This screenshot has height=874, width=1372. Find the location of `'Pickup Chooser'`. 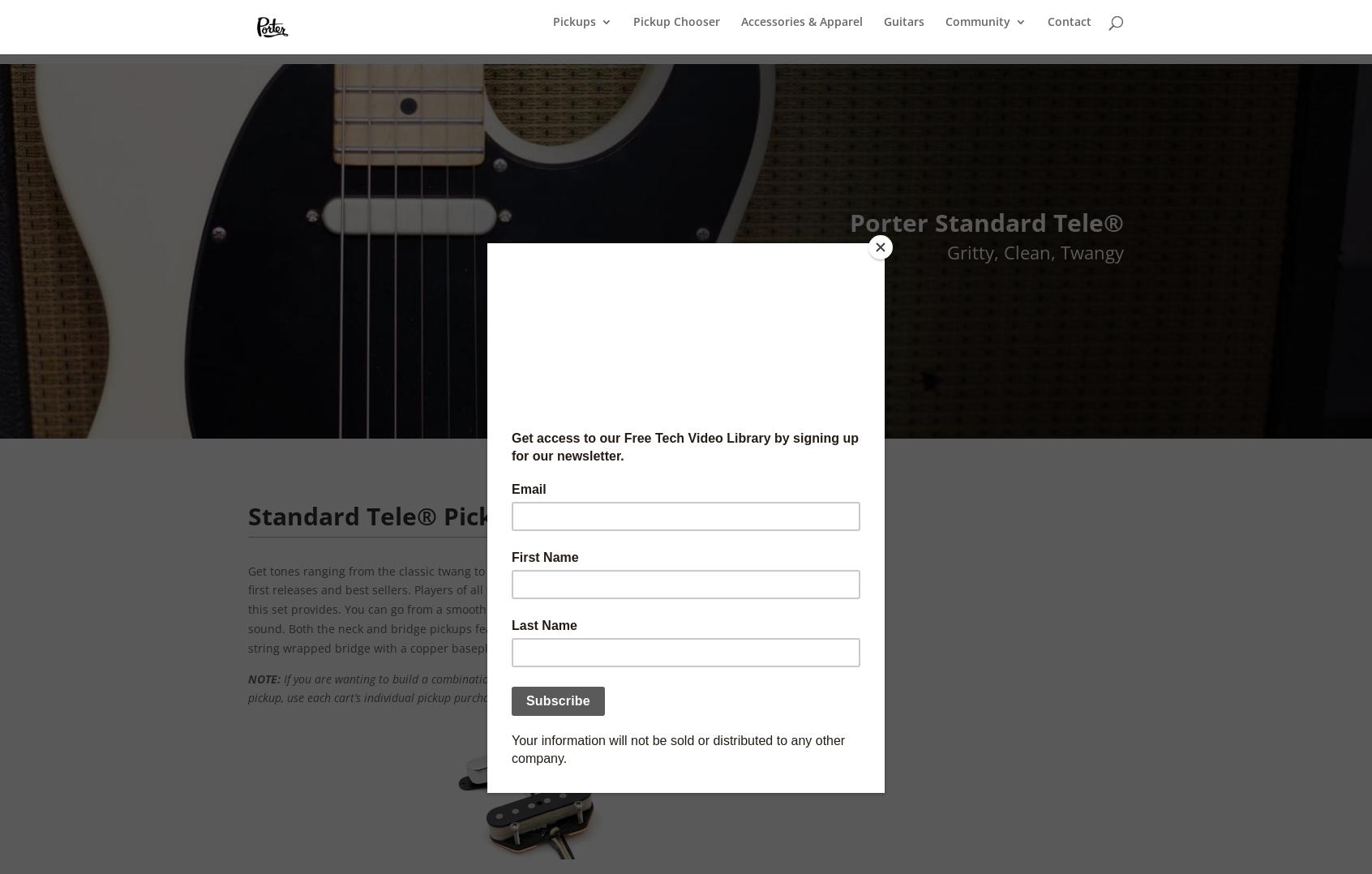

'Pickup Chooser' is located at coordinates (676, 31).